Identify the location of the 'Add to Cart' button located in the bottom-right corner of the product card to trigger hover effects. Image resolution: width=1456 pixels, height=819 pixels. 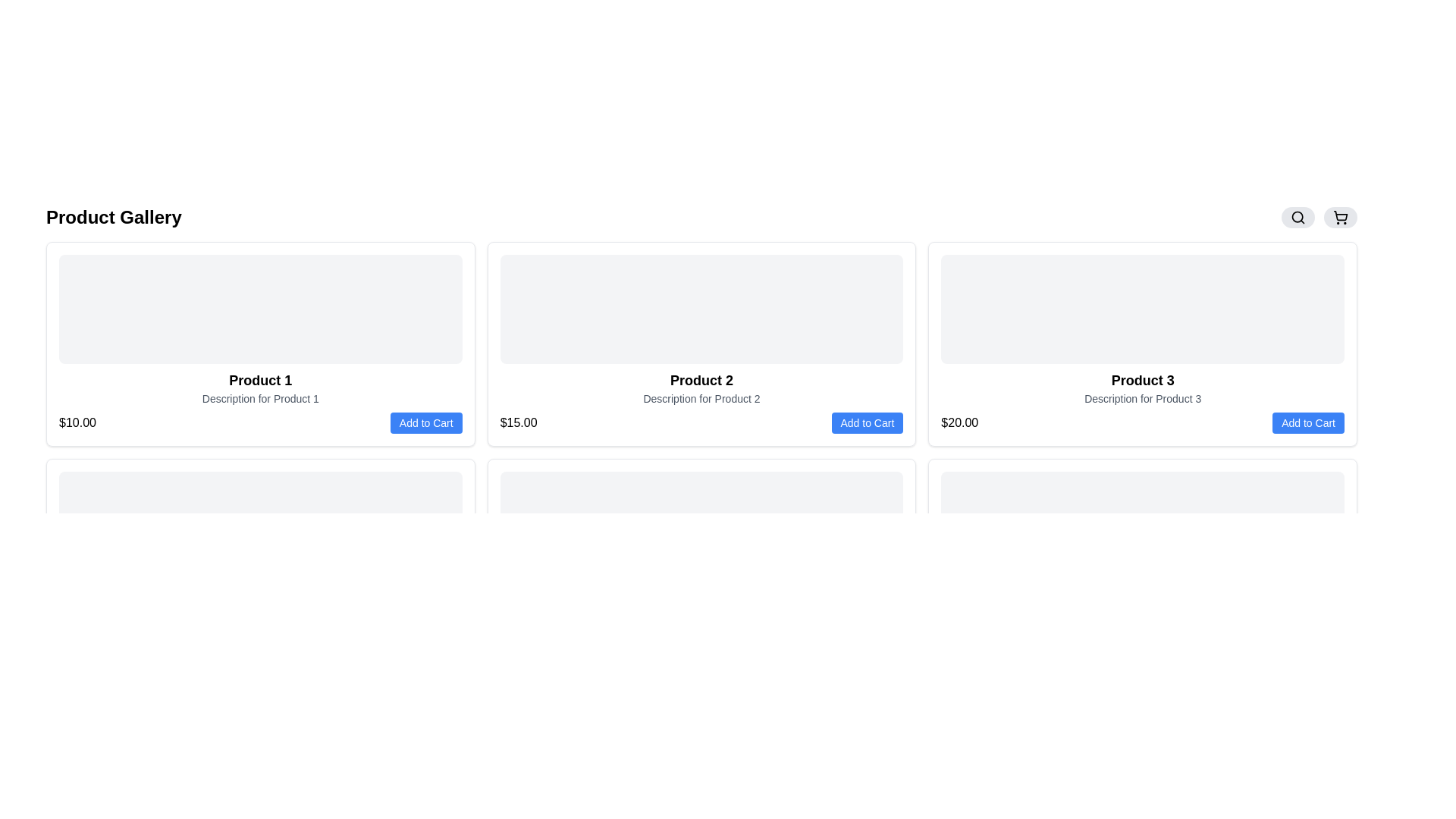
(425, 423).